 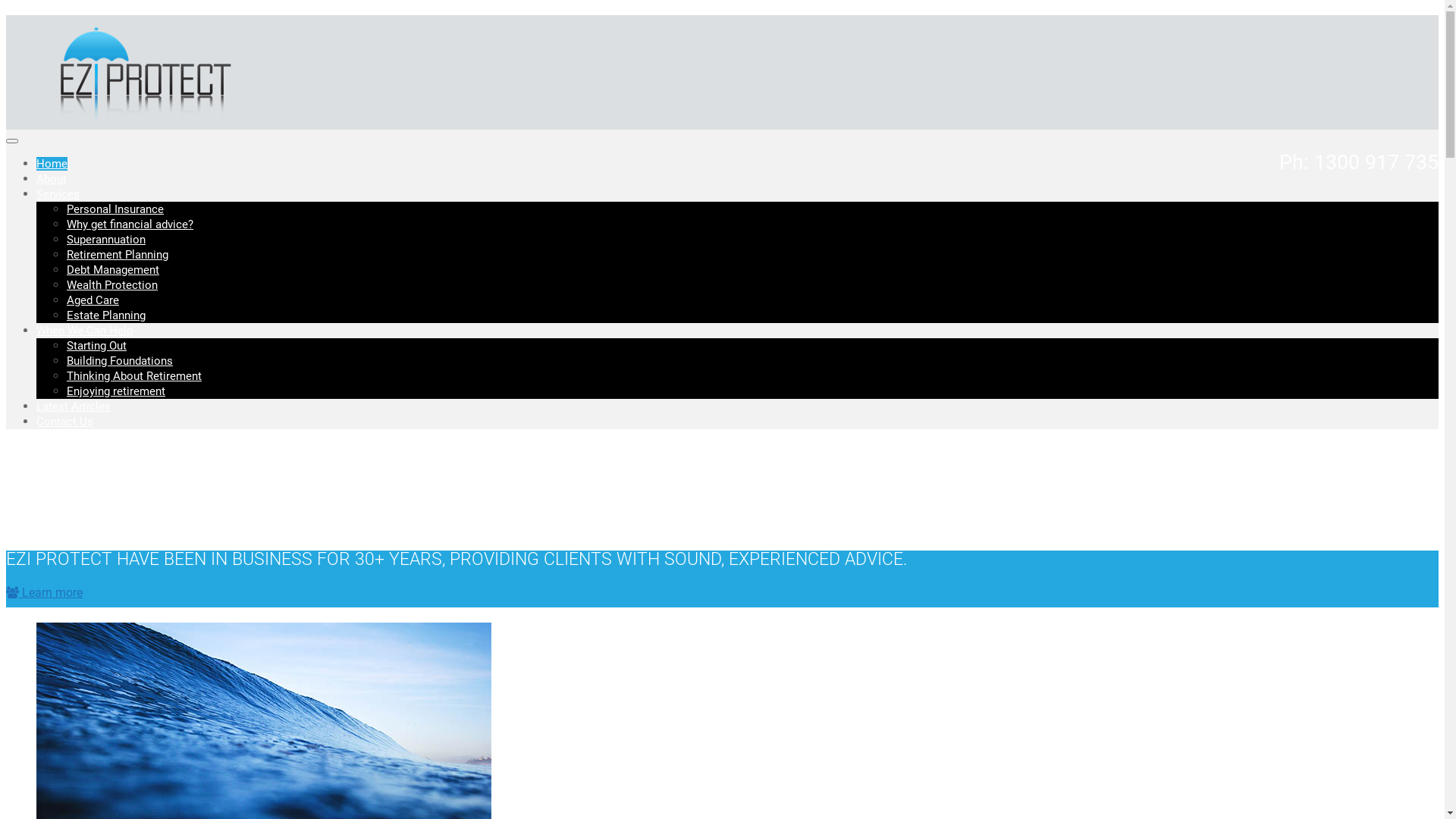 I want to click on 'Superannuation', so click(x=105, y=239).